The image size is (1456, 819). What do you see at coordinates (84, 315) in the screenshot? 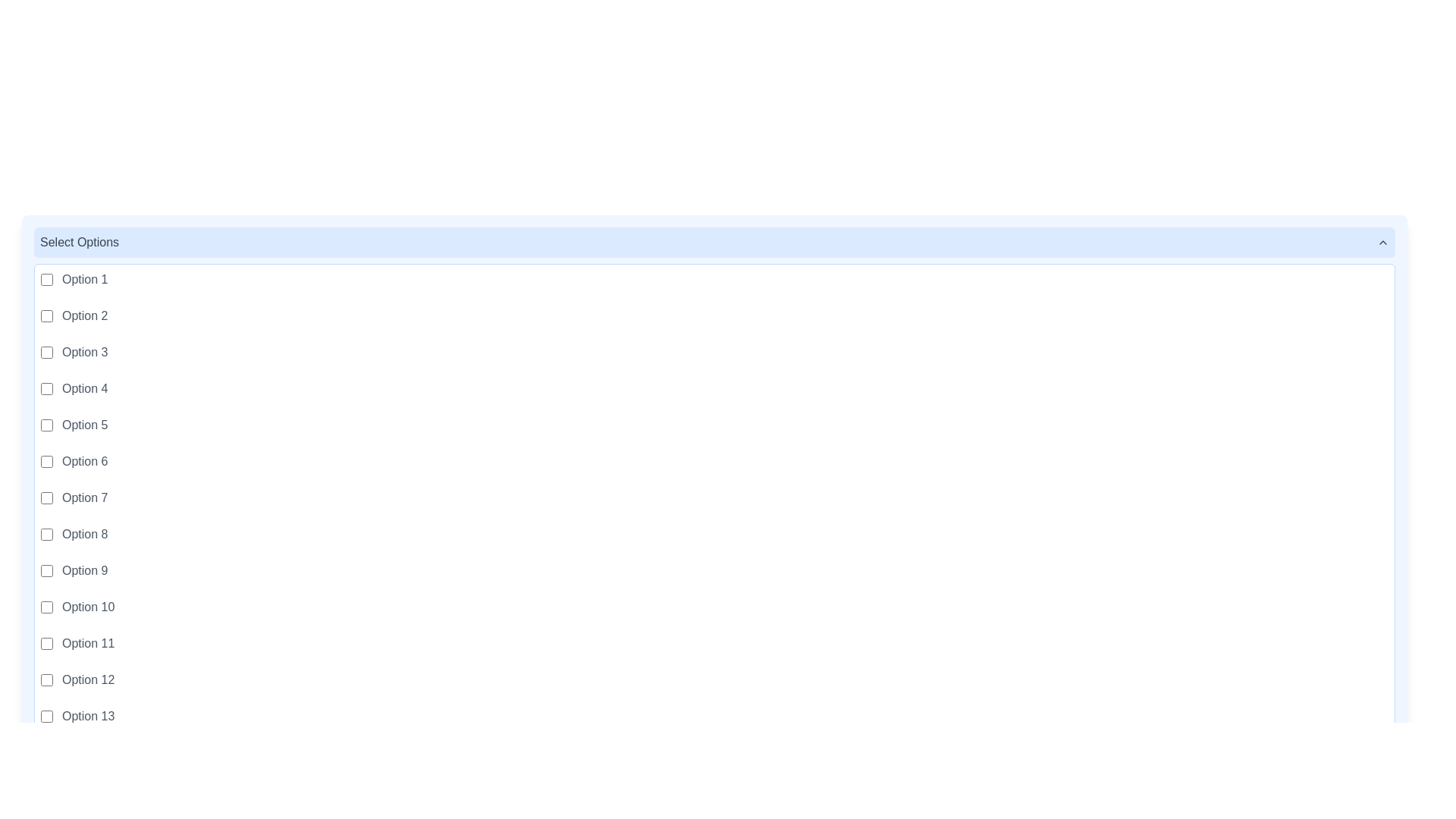
I see `the 'Option 2' label element, which is styled in gray and located to the right of its associated checkbox in the second row of a vertically stacked list of options` at bounding box center [84, 315].